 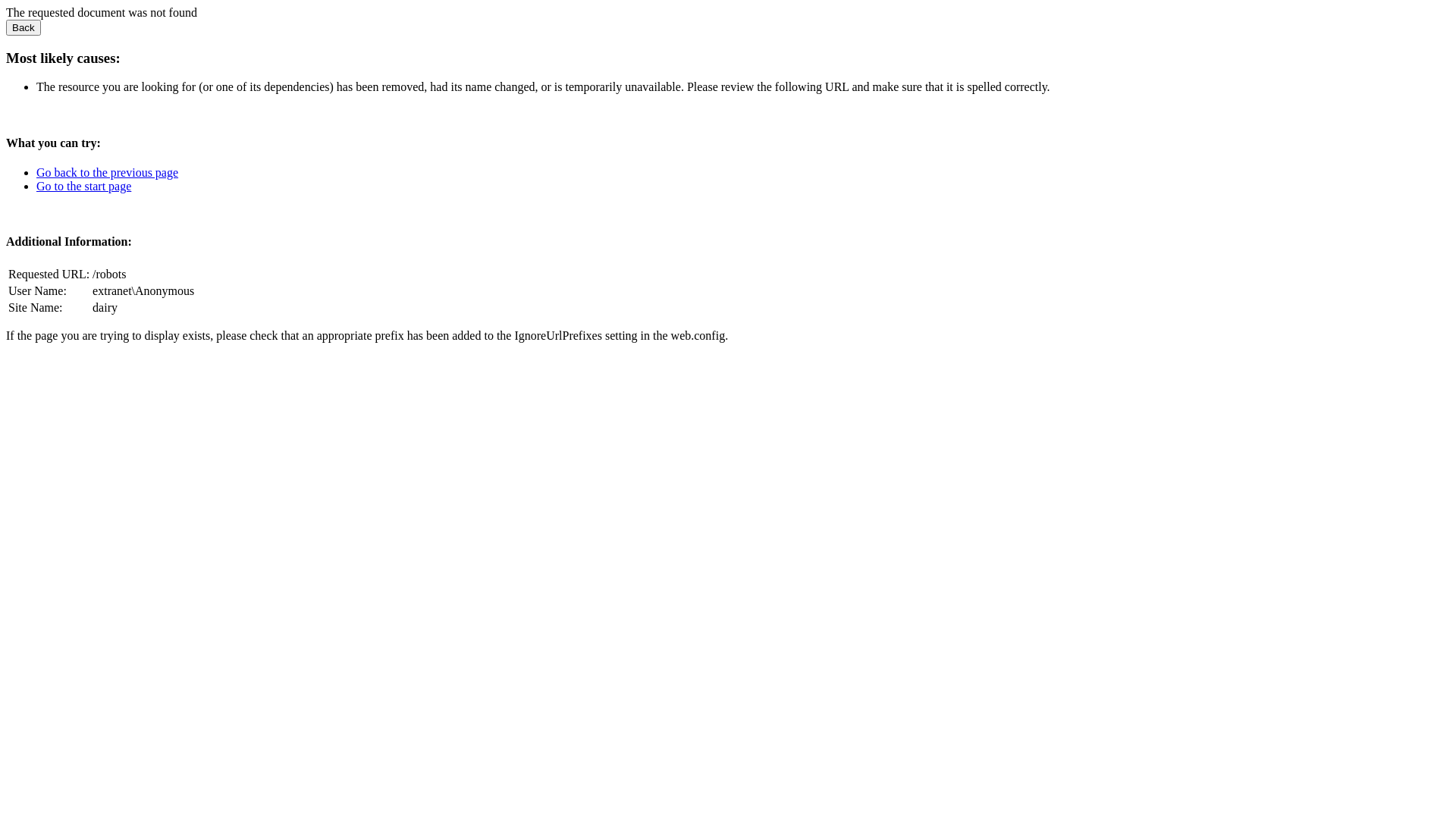 What do you see at coordinates (106, 171) in the screenshot?
I see `'Go back to the previous page'` at bounding box center [106, 171].